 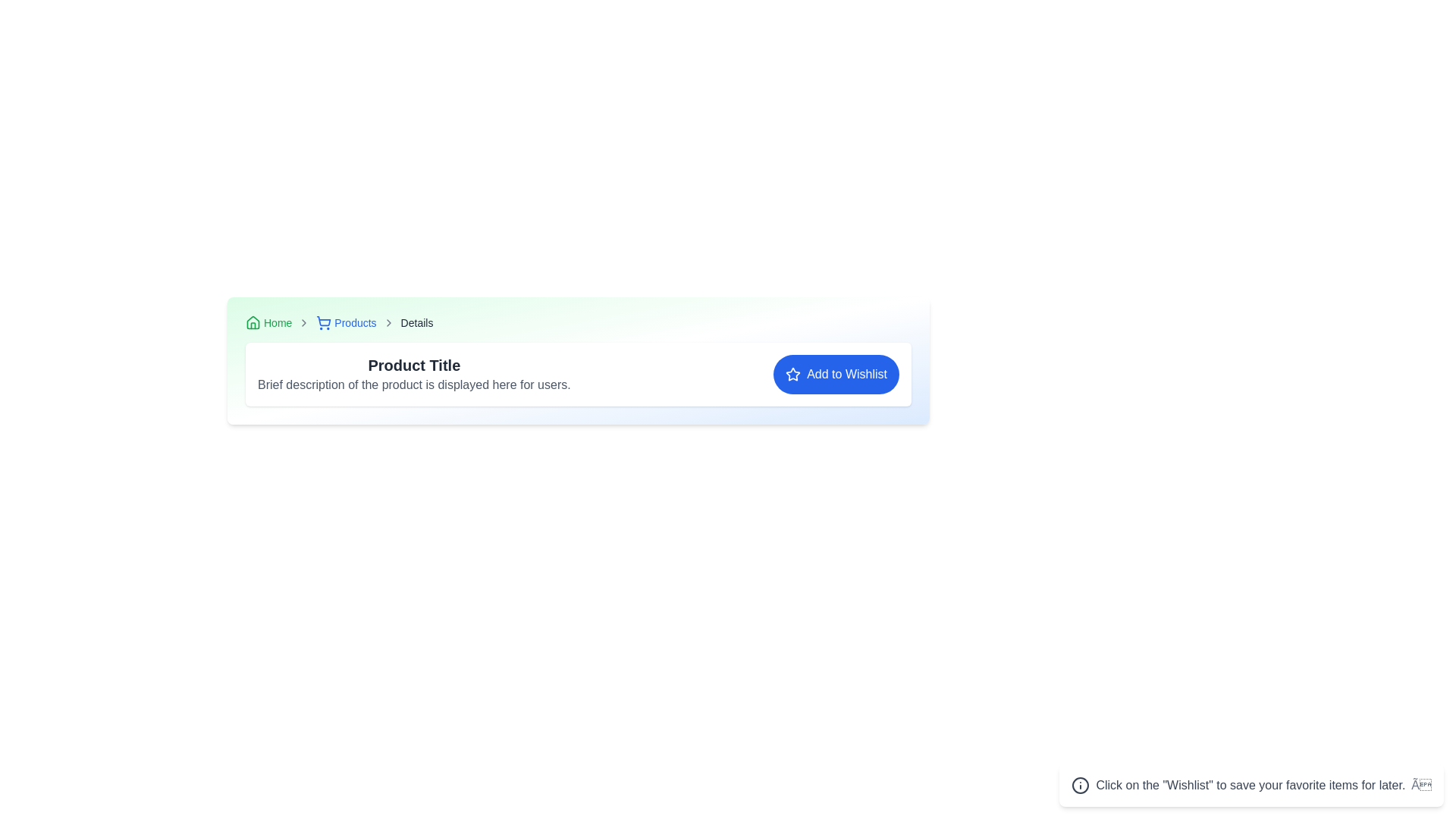 What do you see at coordinates (303, 322) in the screenshot?
I see `the first rightward-pointing chevron icon in the breadcrumb navigation UI, located between the 'Home' link and the 'Products' link` at bounding box center [303, 322].